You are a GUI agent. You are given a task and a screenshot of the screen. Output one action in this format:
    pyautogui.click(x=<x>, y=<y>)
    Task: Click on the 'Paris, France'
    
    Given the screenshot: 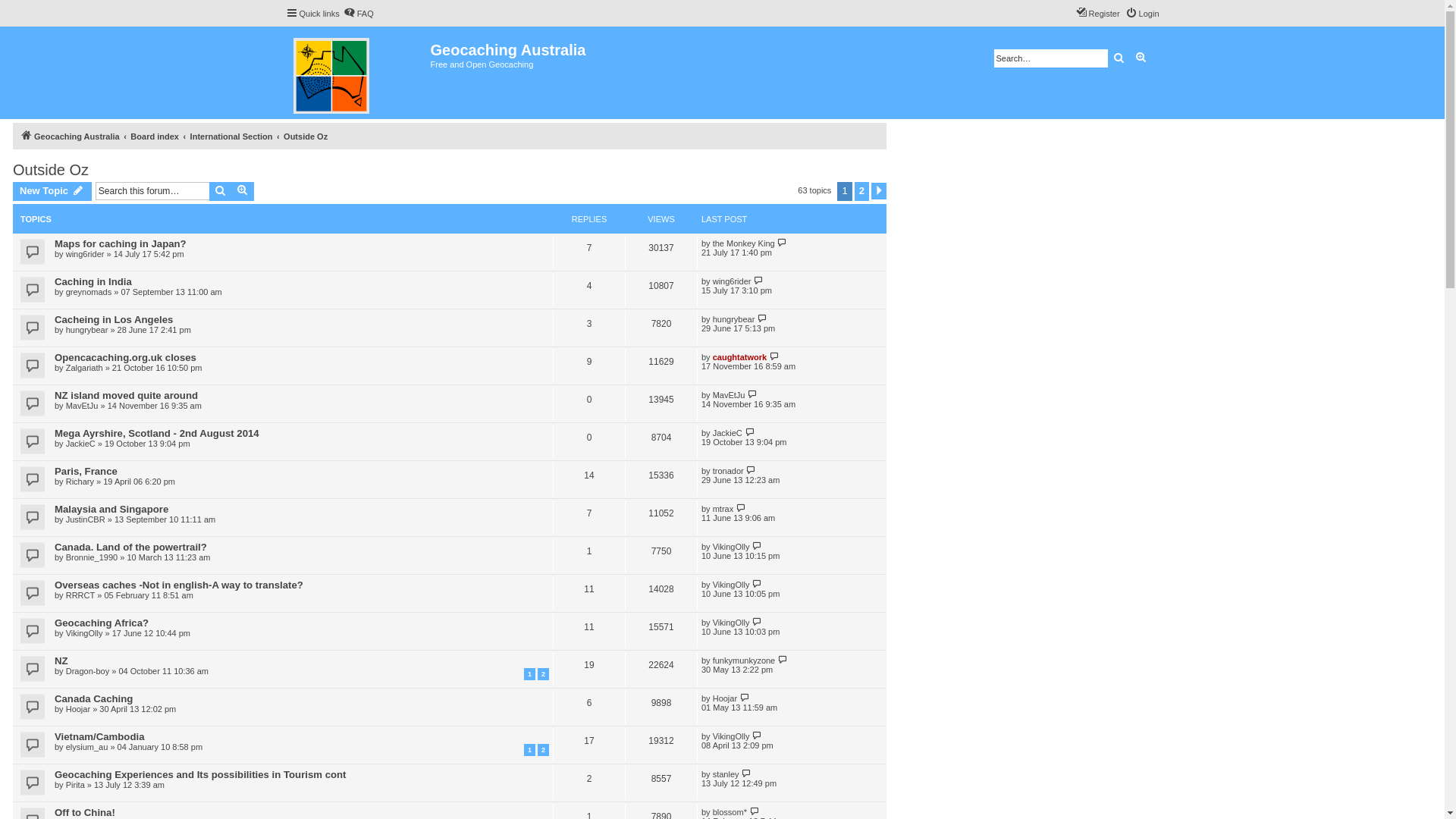 What is the action you would take?
    pyautogui.click(x=85, y=470)
    